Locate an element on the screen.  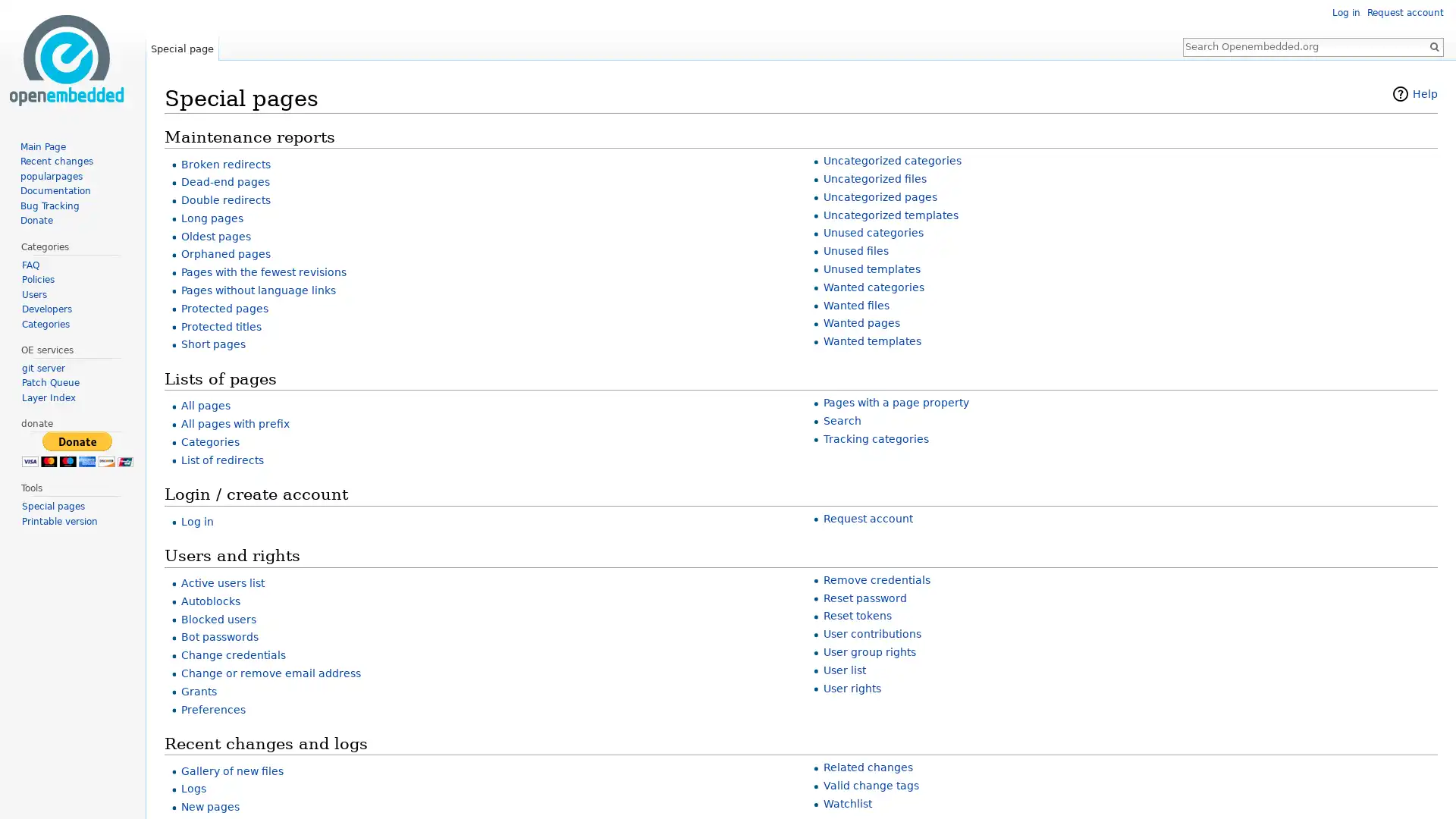
Go is located at coordinates (1433, 45).